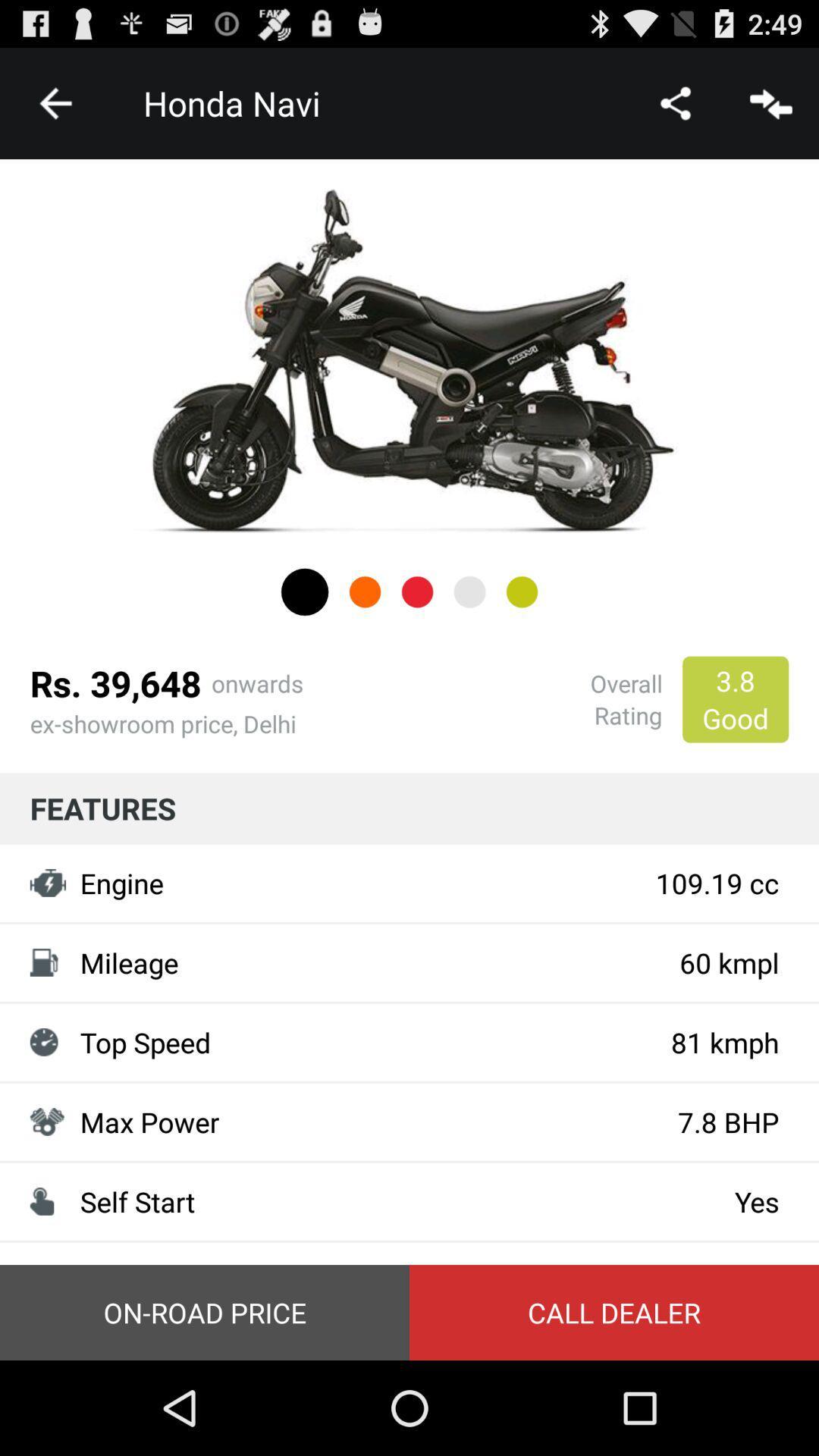 The height and width of the screenshot is (1456, 819). Describe the element at coordinates (521, 633) in the screenshot. I see `the star icon` at that location.